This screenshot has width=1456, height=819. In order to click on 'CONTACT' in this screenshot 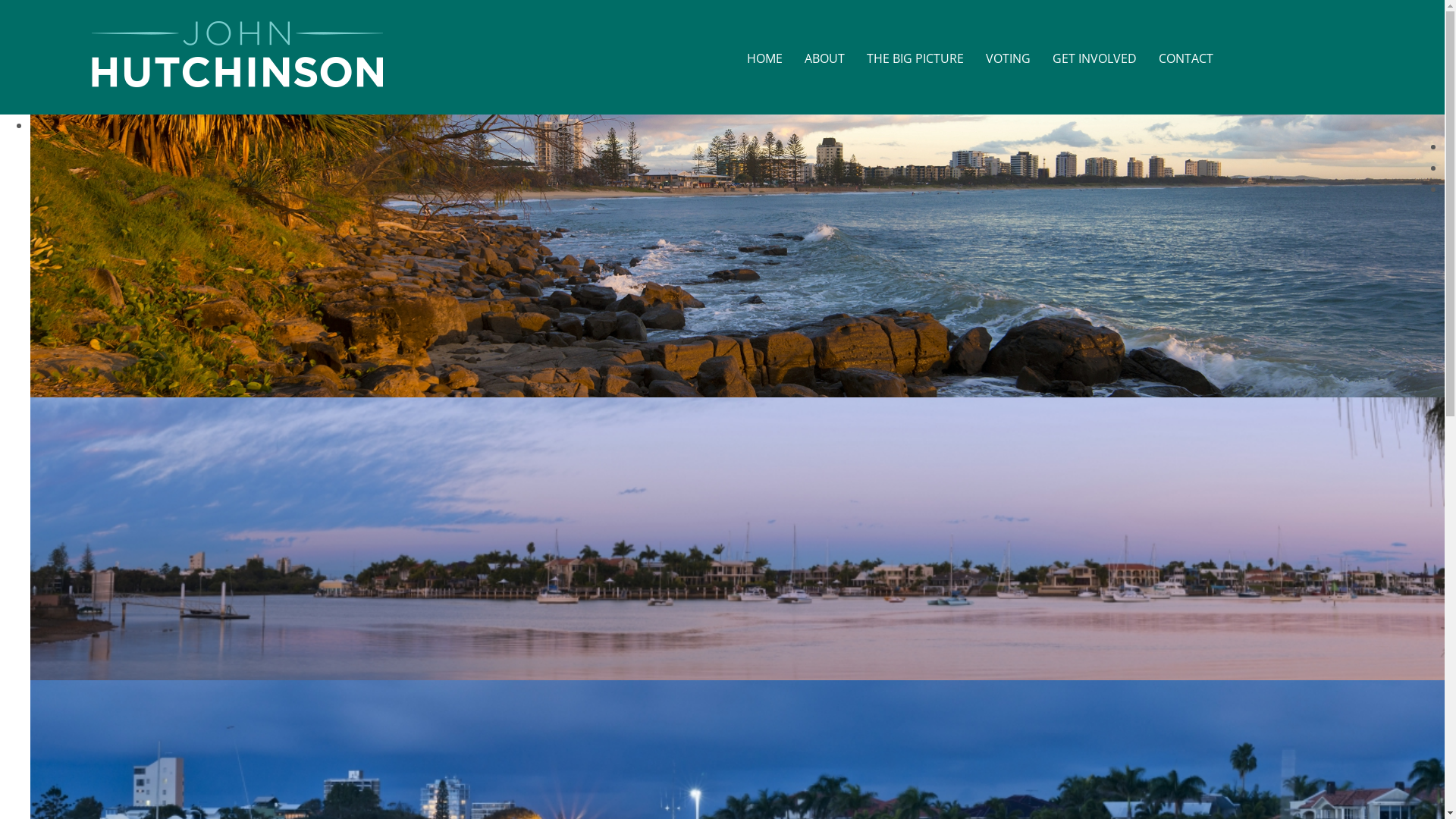, I will do `click(1185, 58)`.